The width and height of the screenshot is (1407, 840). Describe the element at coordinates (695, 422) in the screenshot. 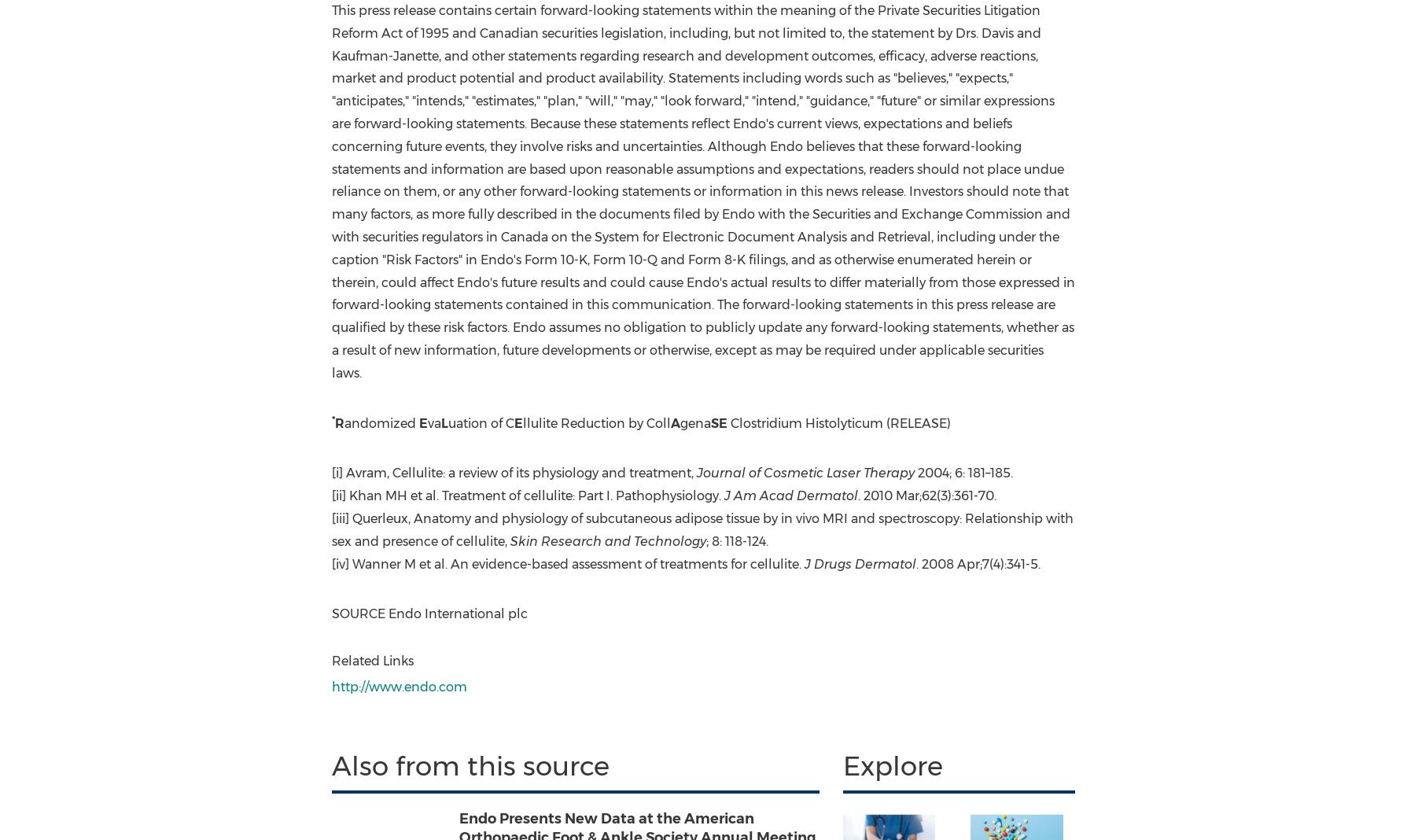

I see `'gena'` at that location.